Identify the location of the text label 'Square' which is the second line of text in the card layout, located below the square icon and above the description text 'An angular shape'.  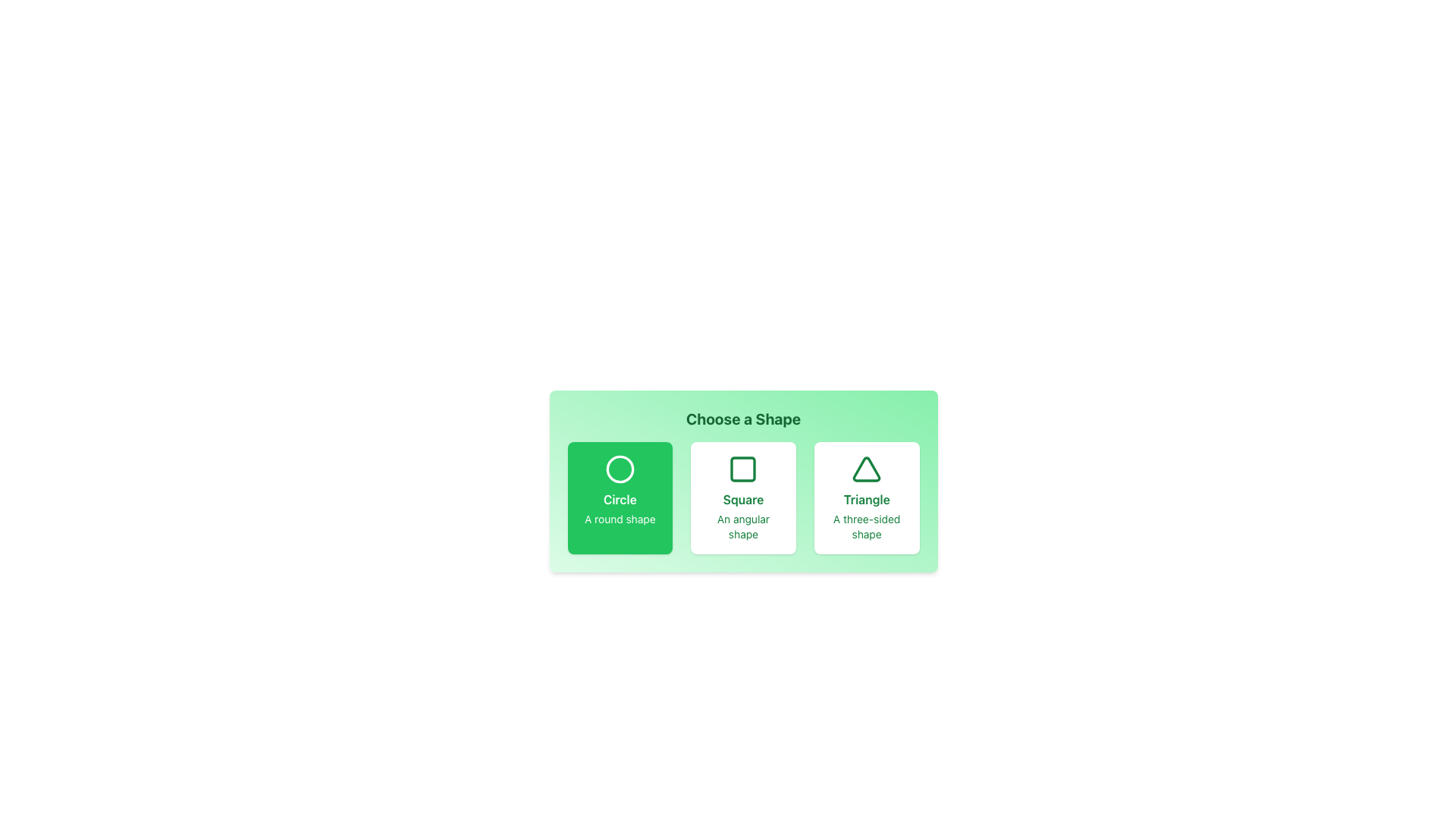
(743, 500).